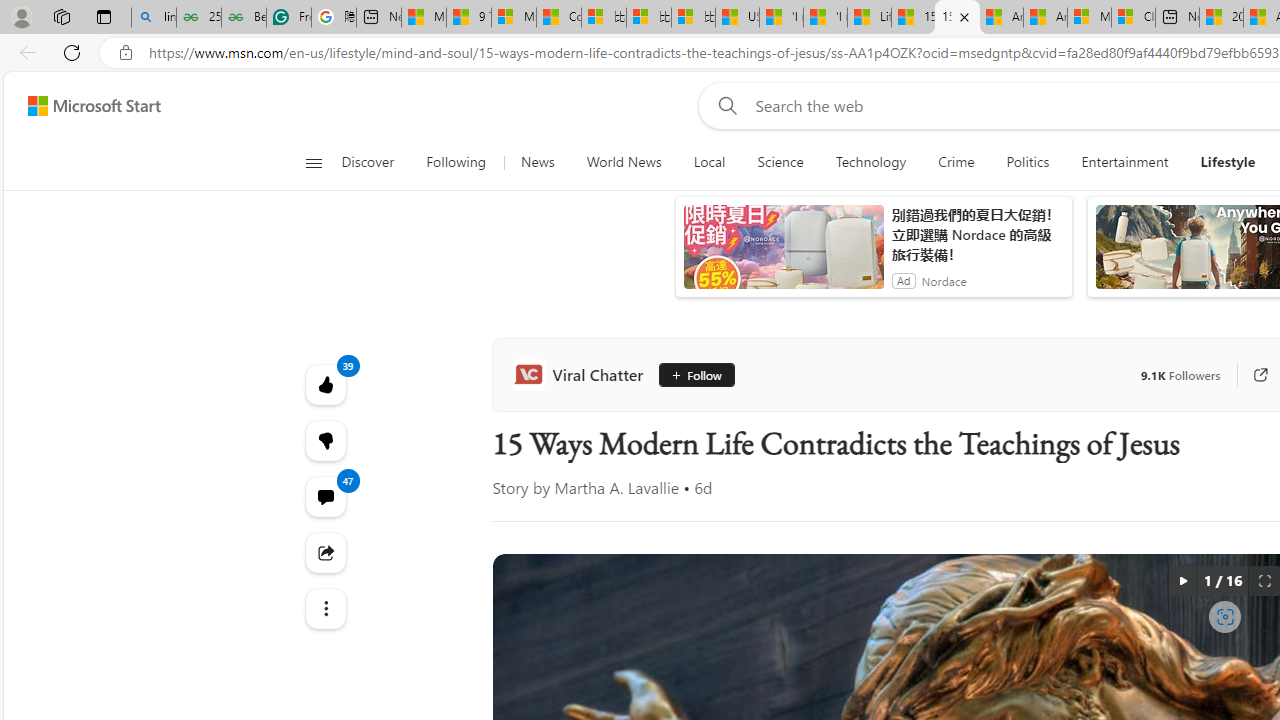 This screenshot has height=720, width=1280. Describe the element at coordinates (325, 384) in the screenshot. I see `'39 Like'` at that location.